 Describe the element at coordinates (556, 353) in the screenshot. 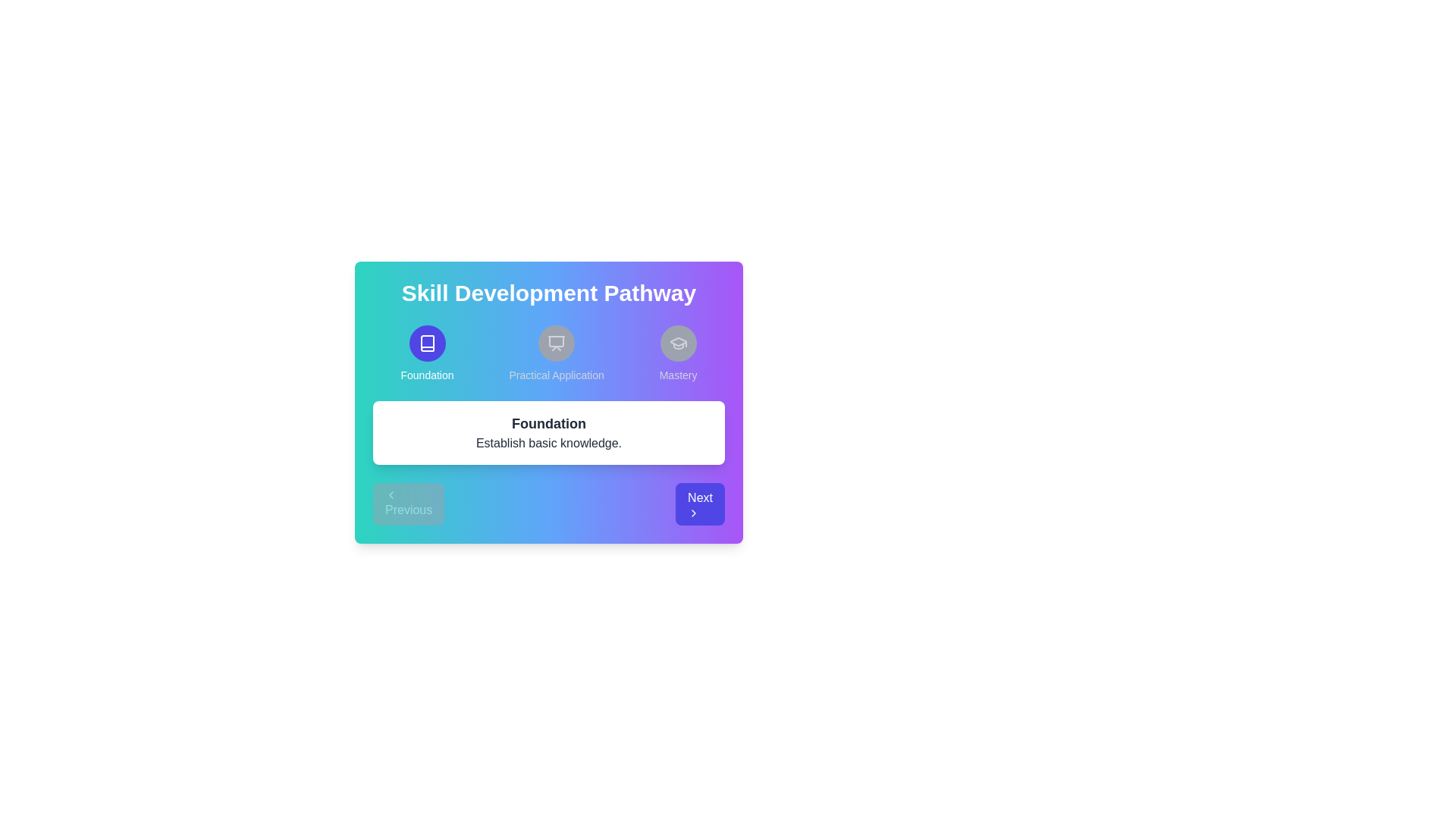

I see `the element representing Practical Application` at that location.